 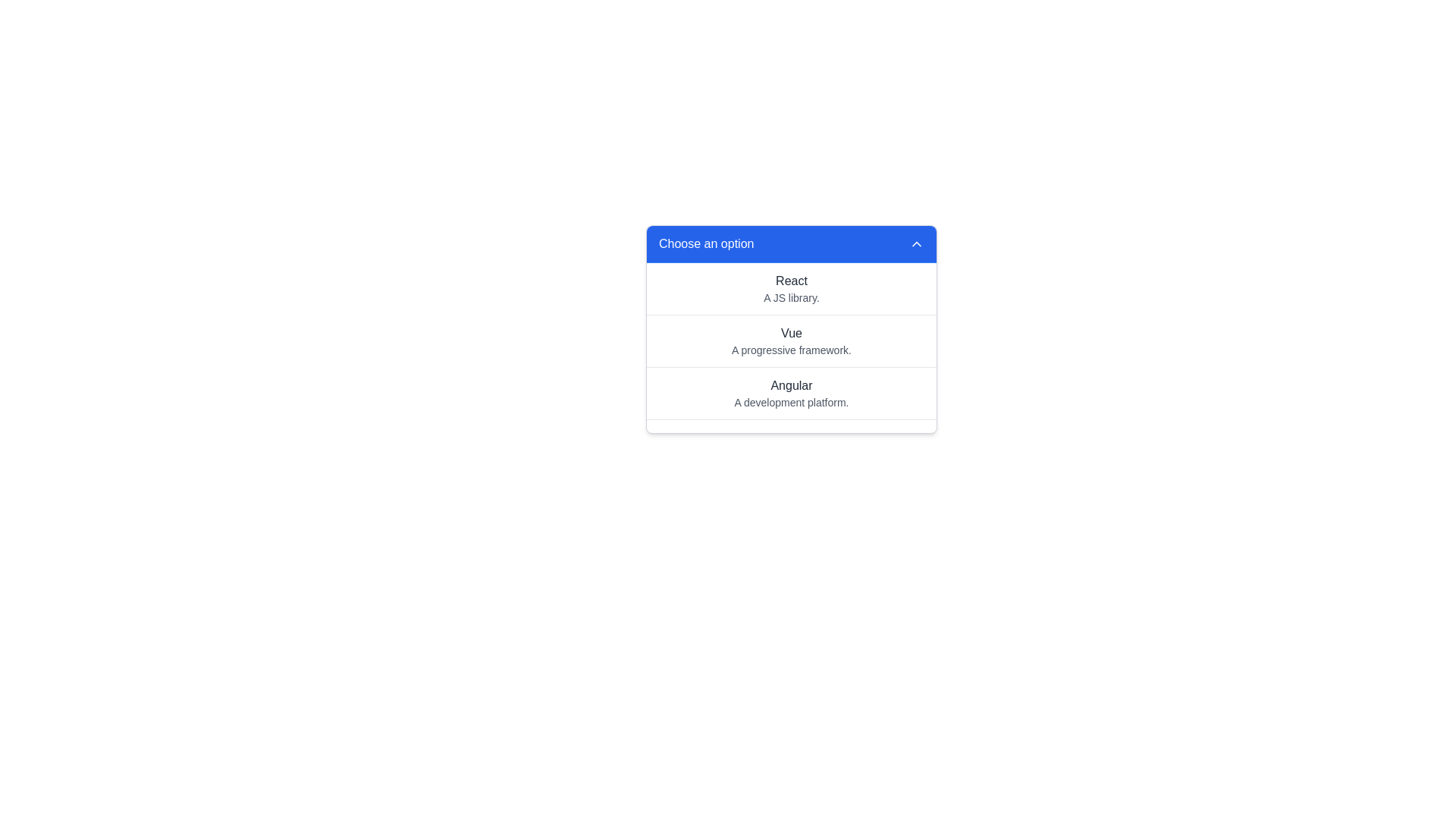 What do you see at coordinates (790, 385) in the screenshot?
I see `the text label displaying 'Angular' in dark gray color, which is the third option in the dropdown menu` at bounding box center [790, 385].